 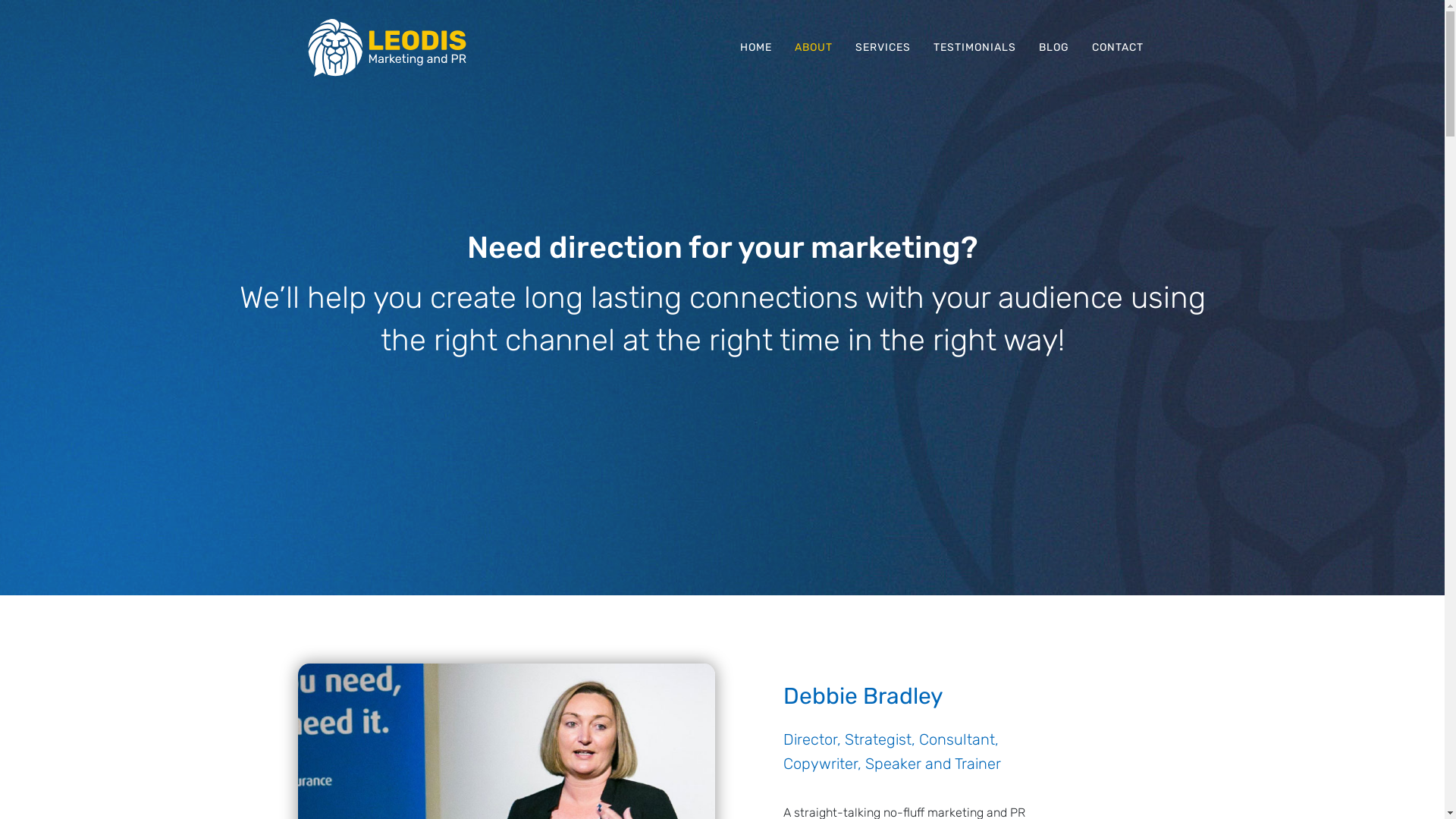 What do you see at coordinates (1117, 46) in the screenshot?
I see `'CONTACT'` at bounding box center [1117, 46].